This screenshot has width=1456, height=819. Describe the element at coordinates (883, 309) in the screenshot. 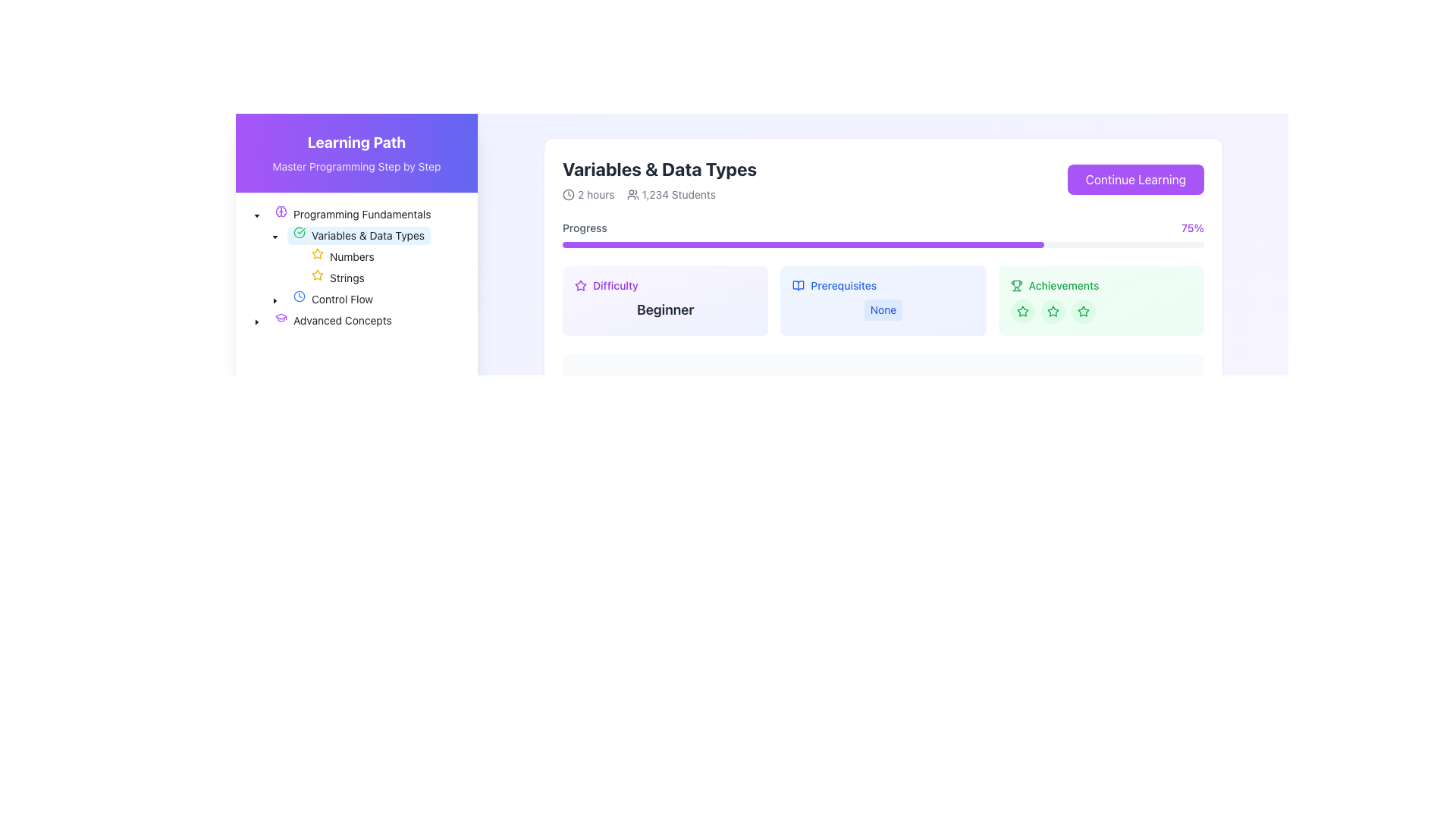

I see `the Informational Badge located in the 'Prerequisites' section, which indicates there are no prerequisites for the associated content or course` at that location.